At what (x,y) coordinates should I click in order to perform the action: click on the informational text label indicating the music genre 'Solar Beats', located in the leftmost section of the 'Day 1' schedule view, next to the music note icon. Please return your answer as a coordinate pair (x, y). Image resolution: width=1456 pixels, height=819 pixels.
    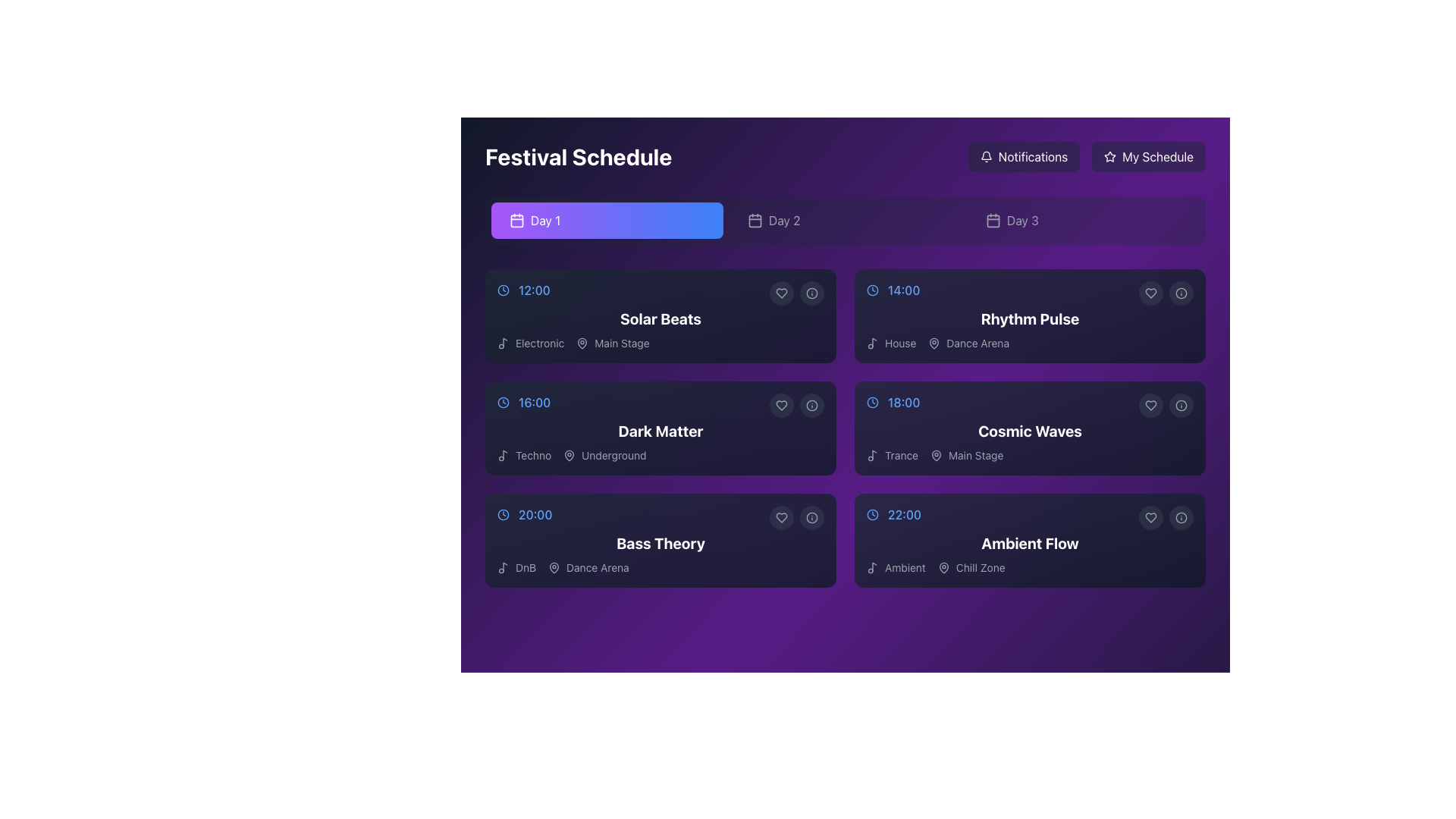
    Looking at the image, I should click on (531, 343).